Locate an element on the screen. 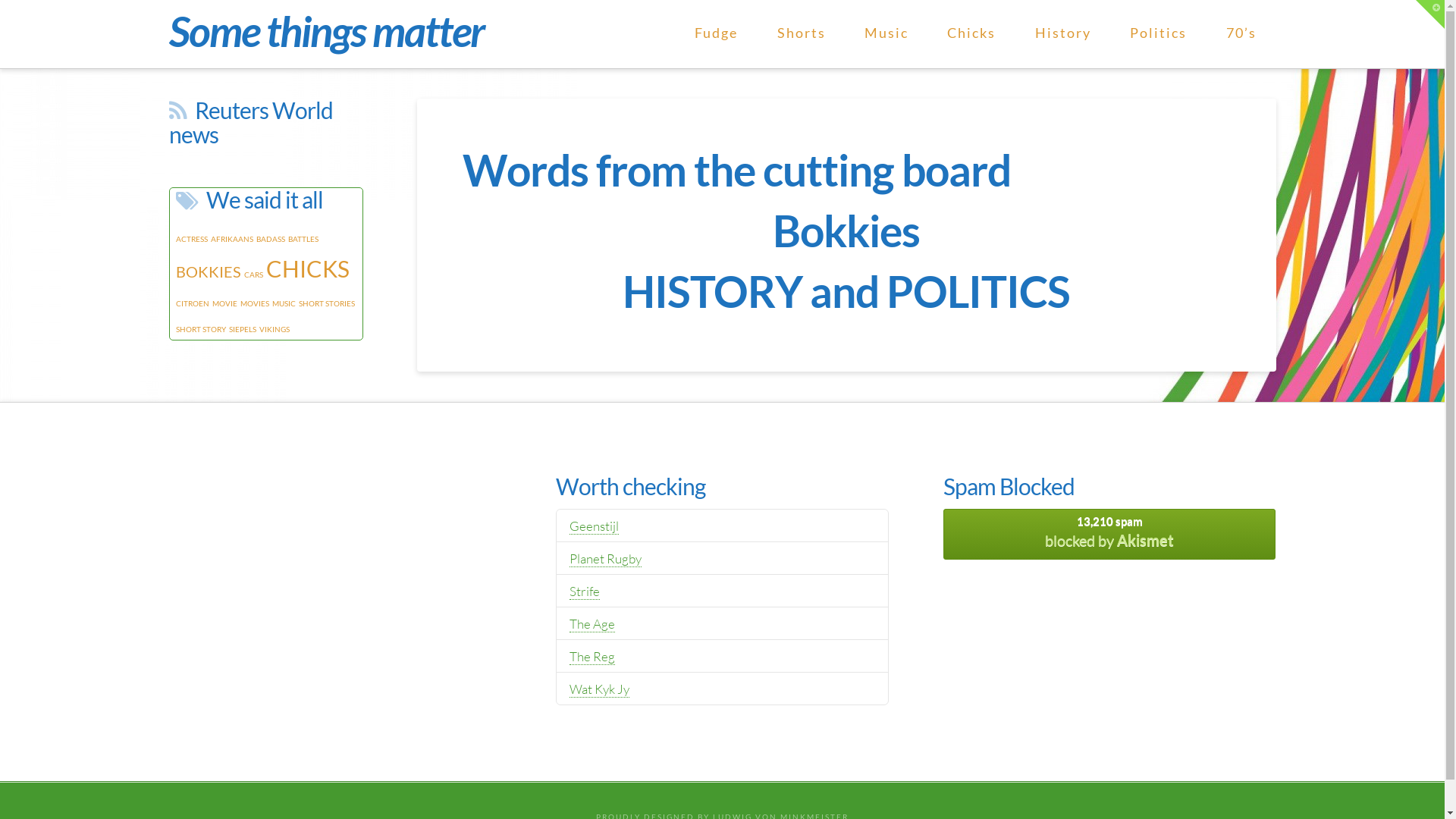 Image resolution: width=1456 pixels, height=819 pixels. 'Politics' is located at coordinates (1157, 34).